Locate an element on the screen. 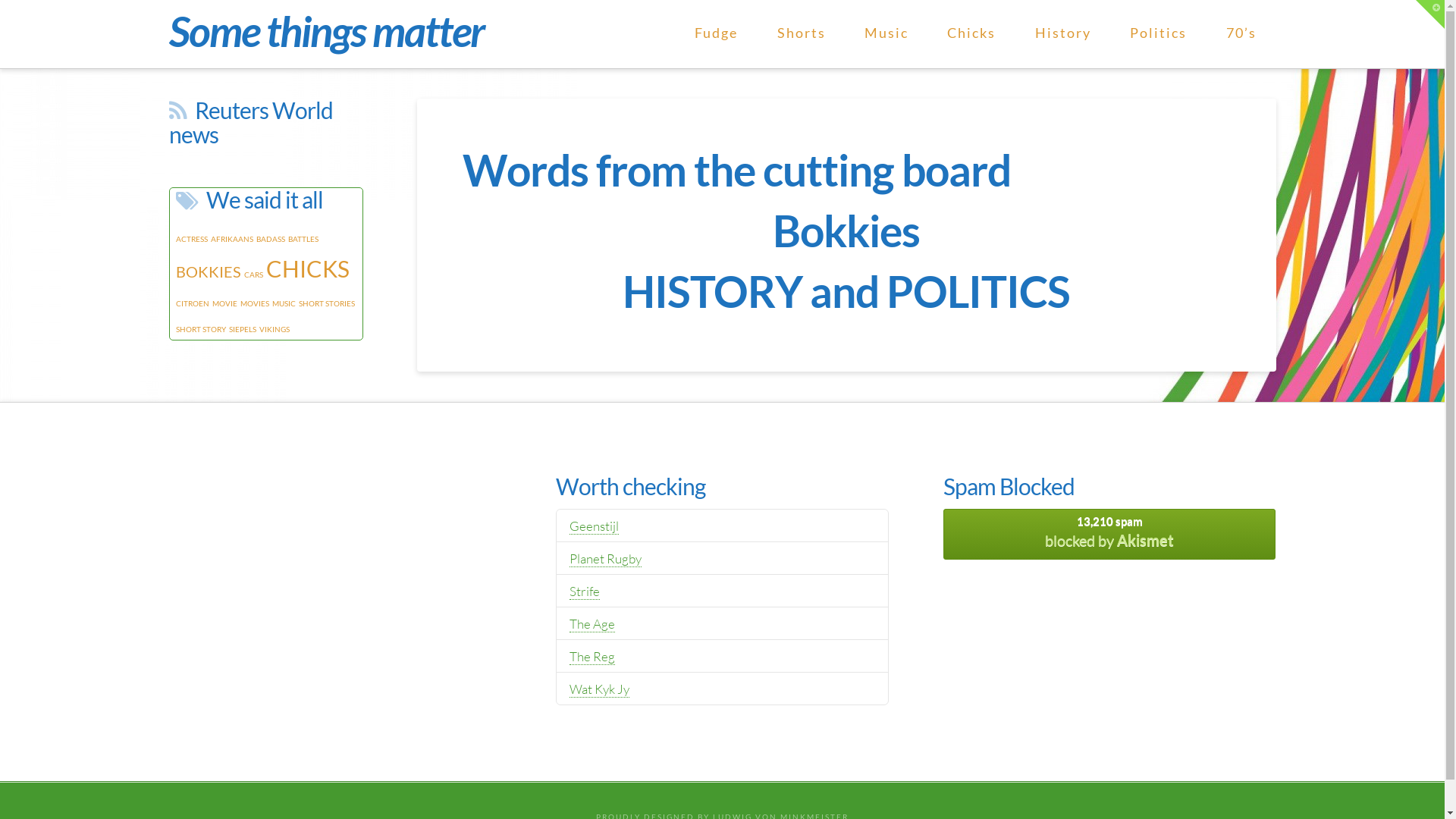 Image resolution: width=1456 pixels, height=819 pixels. 'Politics' is located at coordinates (1157, 34).